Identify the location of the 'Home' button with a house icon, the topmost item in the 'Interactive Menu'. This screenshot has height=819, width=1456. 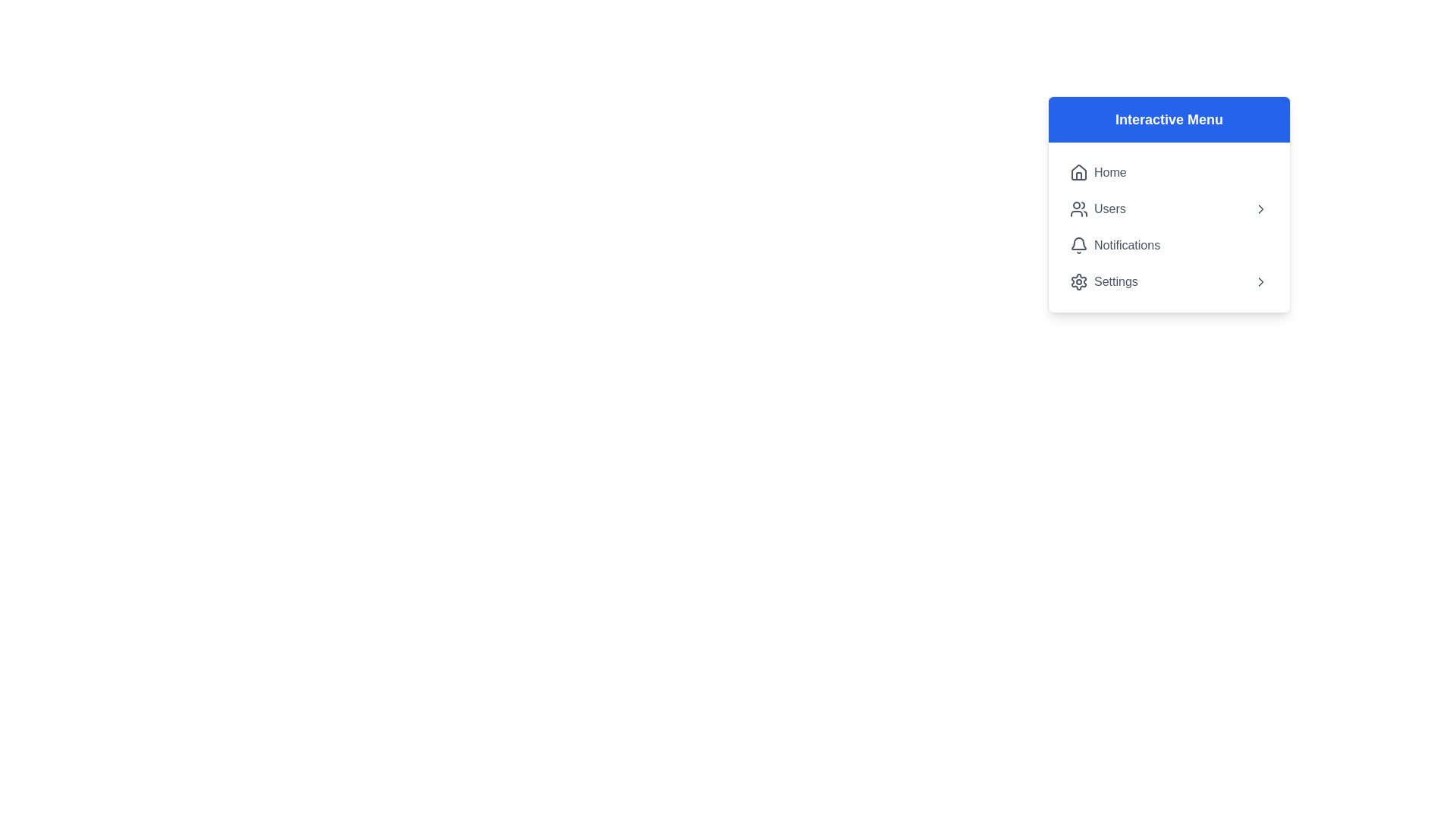
(1098, 171).